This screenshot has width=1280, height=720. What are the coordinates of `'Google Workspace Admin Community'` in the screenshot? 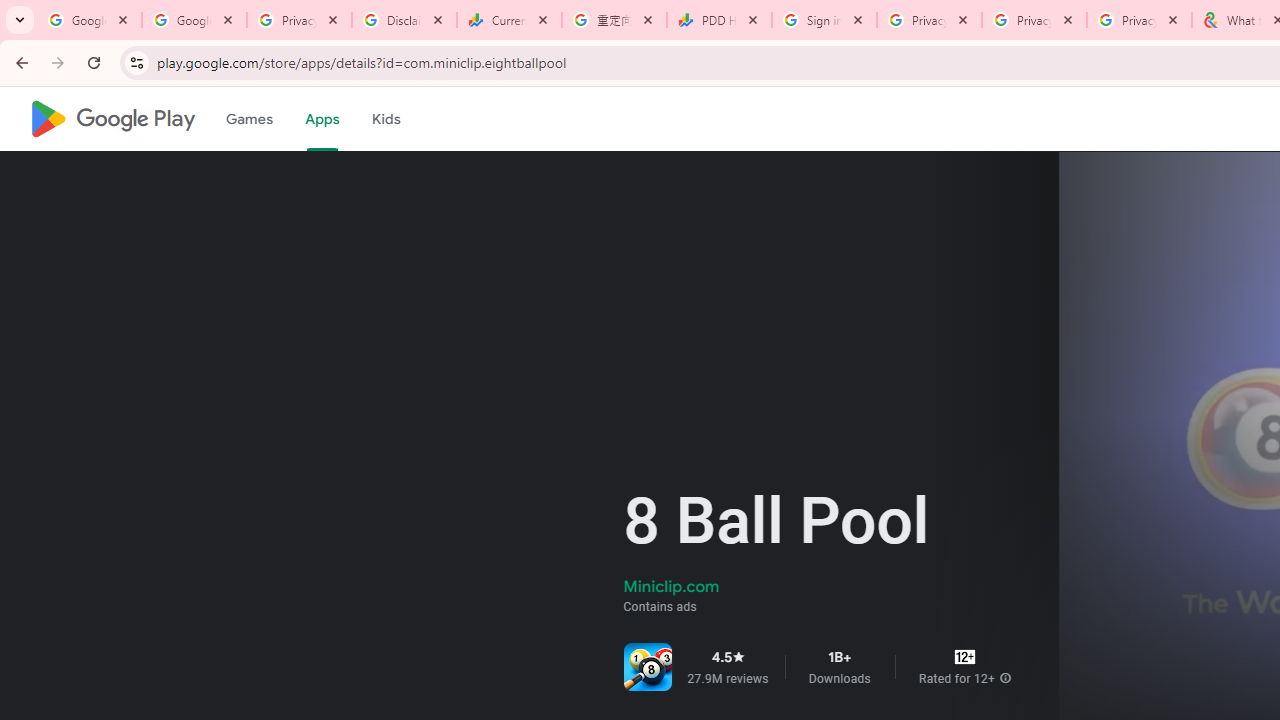 It's located at (88, 20).